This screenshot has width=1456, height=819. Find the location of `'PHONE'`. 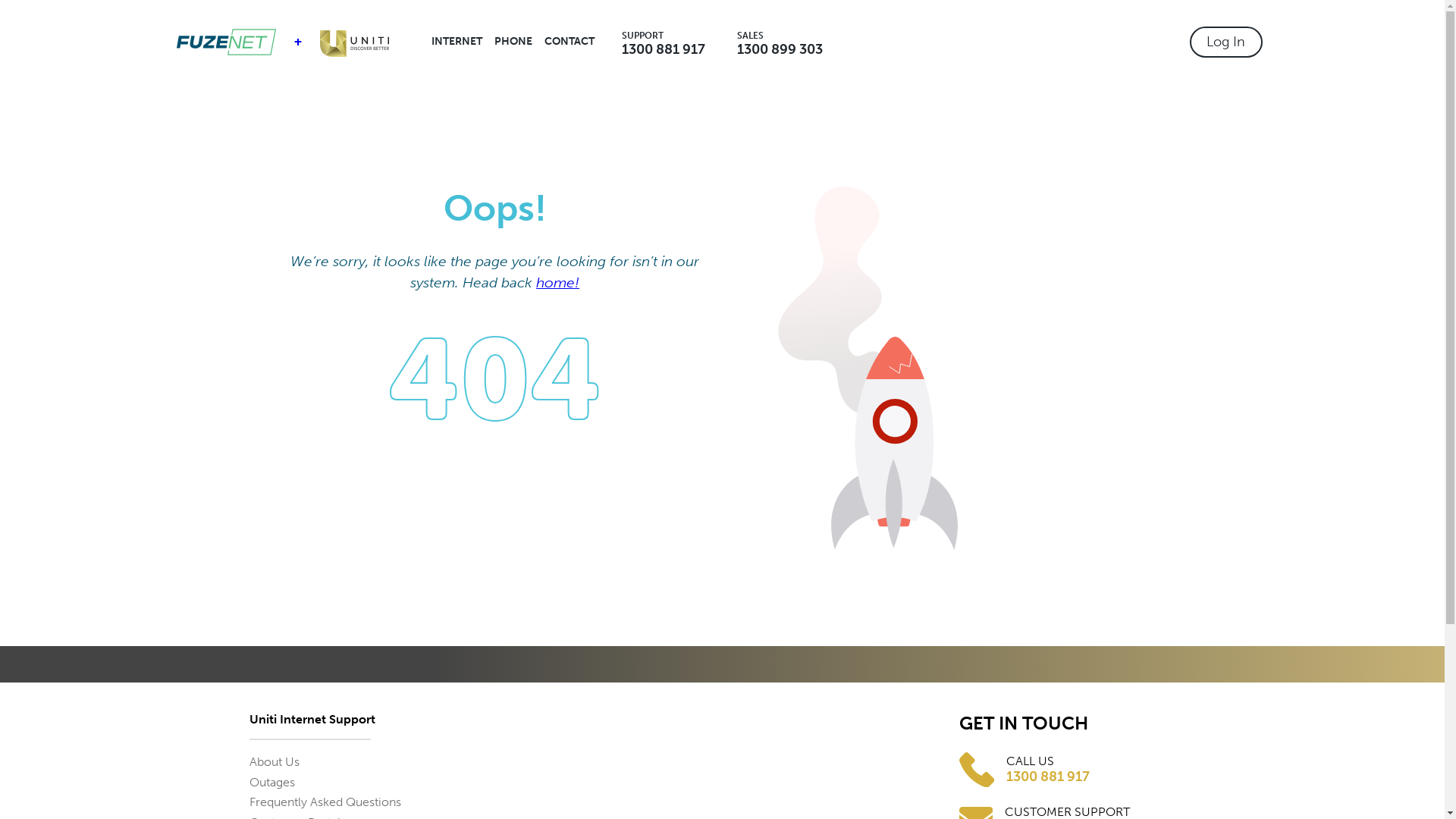

'PHONE' is located at coordinates (513, 40).